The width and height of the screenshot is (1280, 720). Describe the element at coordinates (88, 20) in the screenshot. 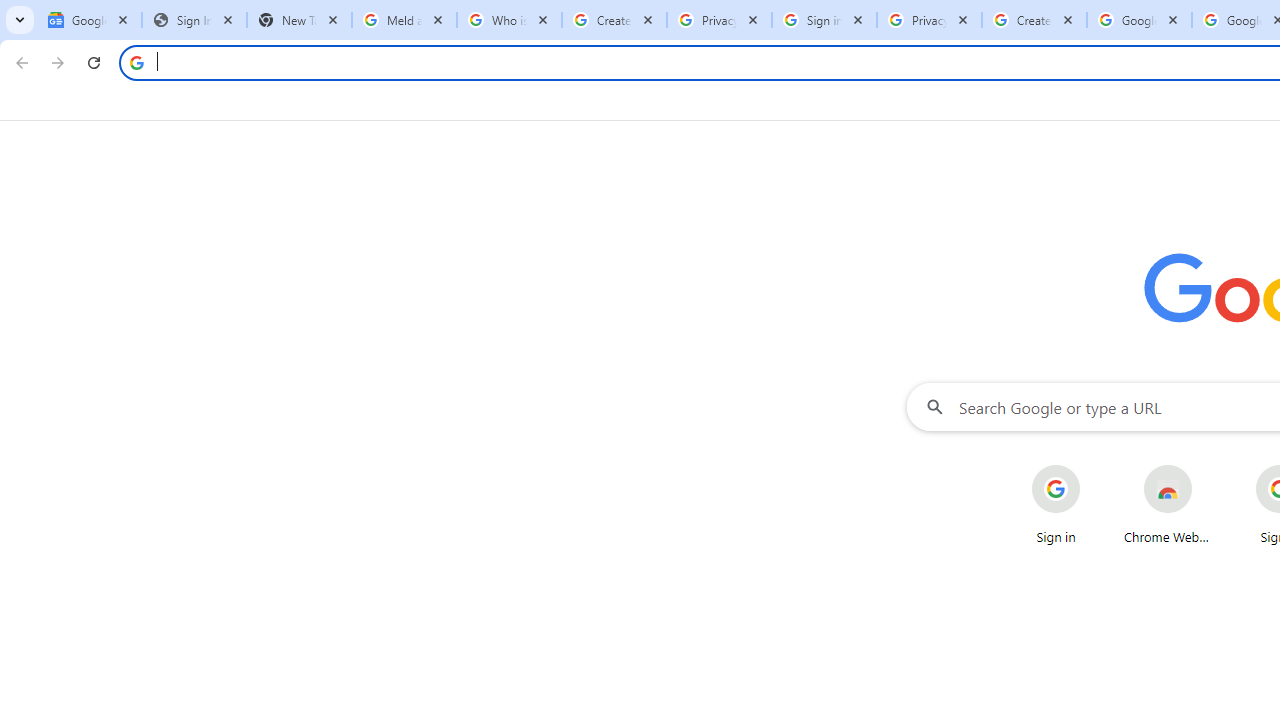

I see `'Google News'` at that location.